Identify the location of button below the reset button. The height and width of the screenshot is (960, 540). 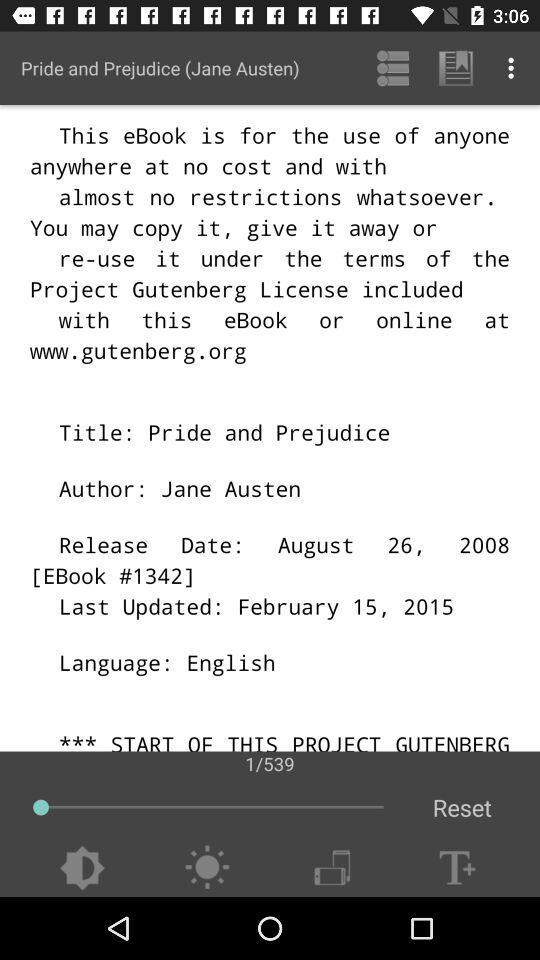
(457, 867).